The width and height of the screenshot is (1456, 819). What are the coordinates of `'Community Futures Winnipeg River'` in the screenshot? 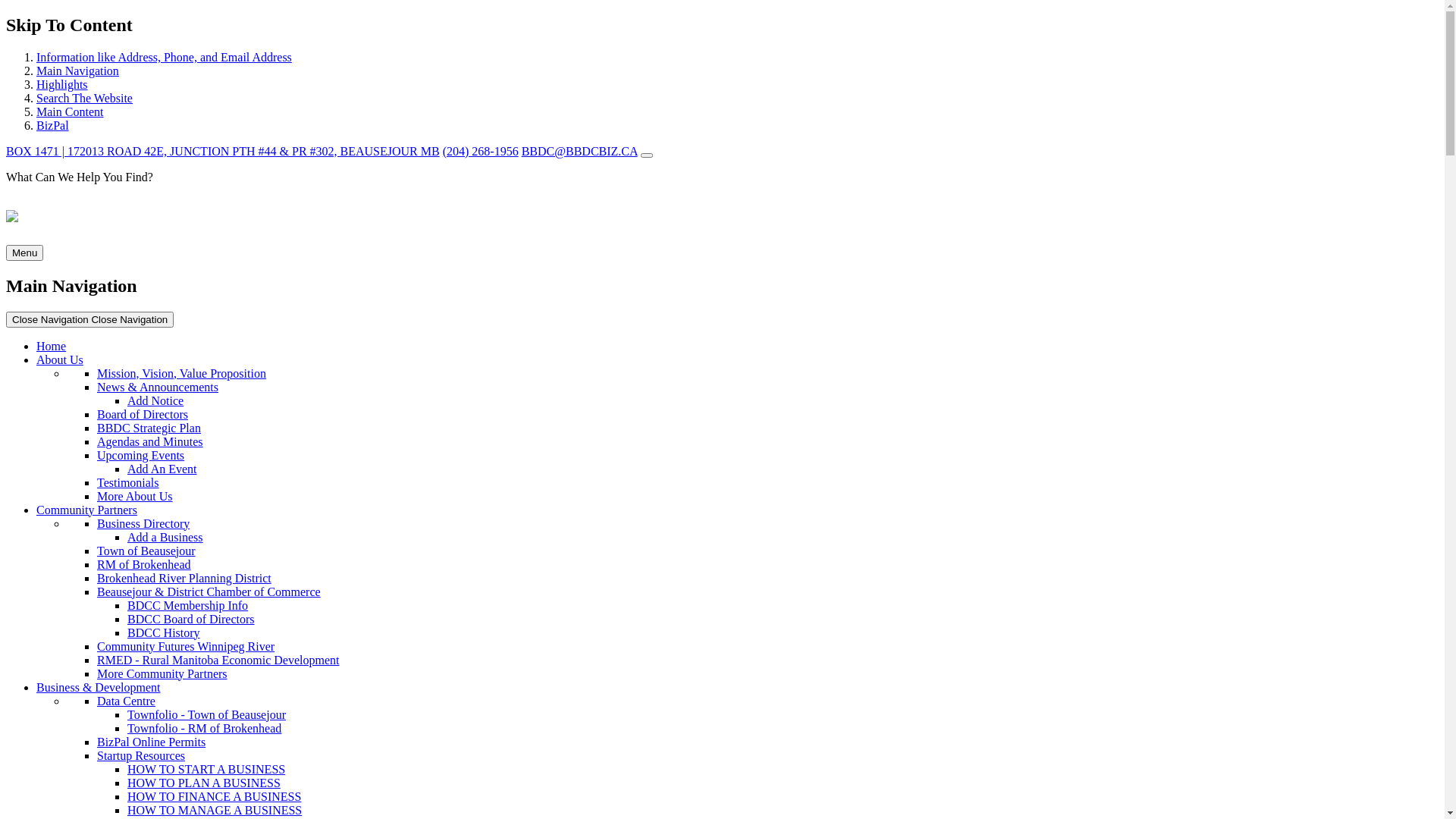 It's located at (184, 646).